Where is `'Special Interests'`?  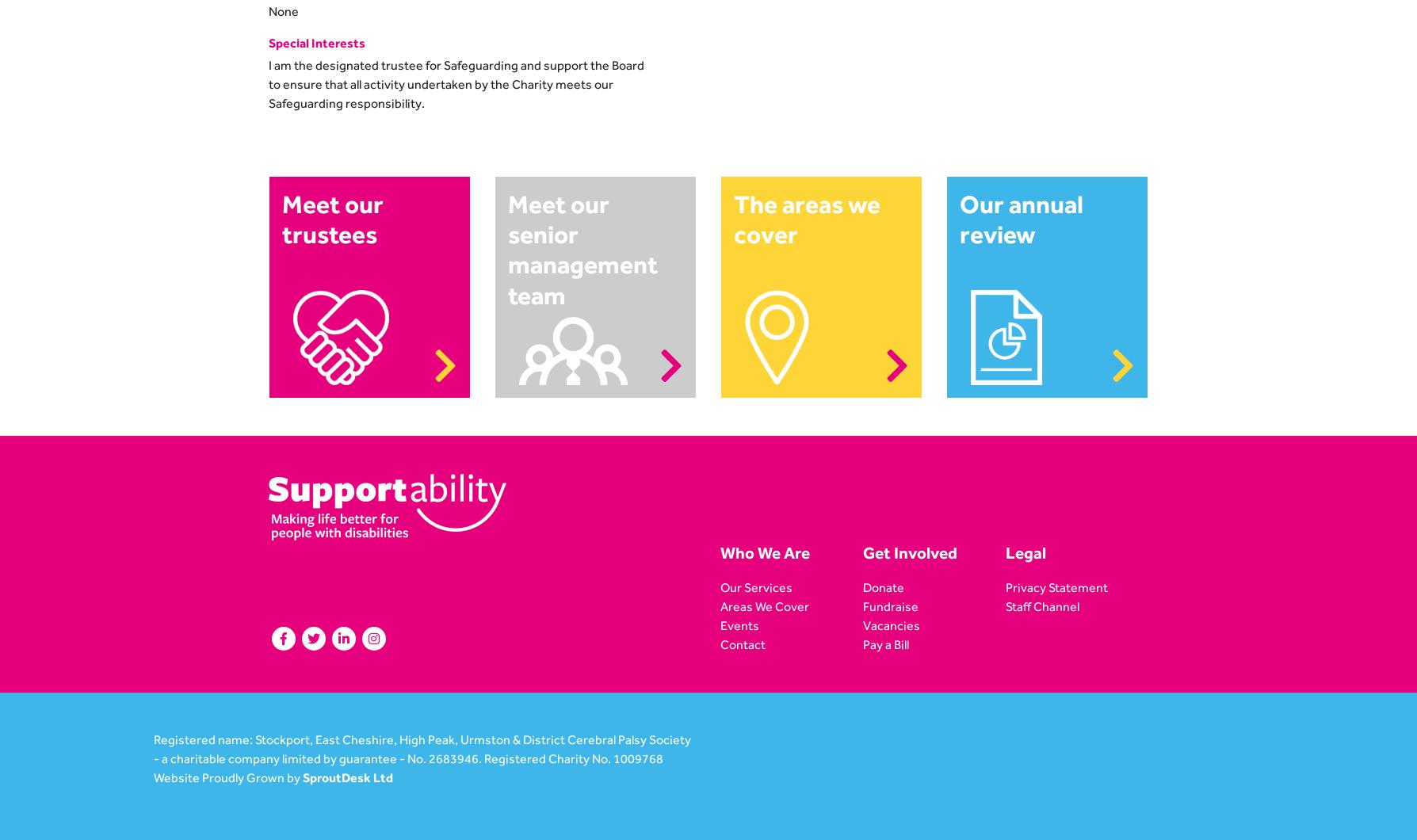 'Special Interests' is located at coordinates (315, 42).